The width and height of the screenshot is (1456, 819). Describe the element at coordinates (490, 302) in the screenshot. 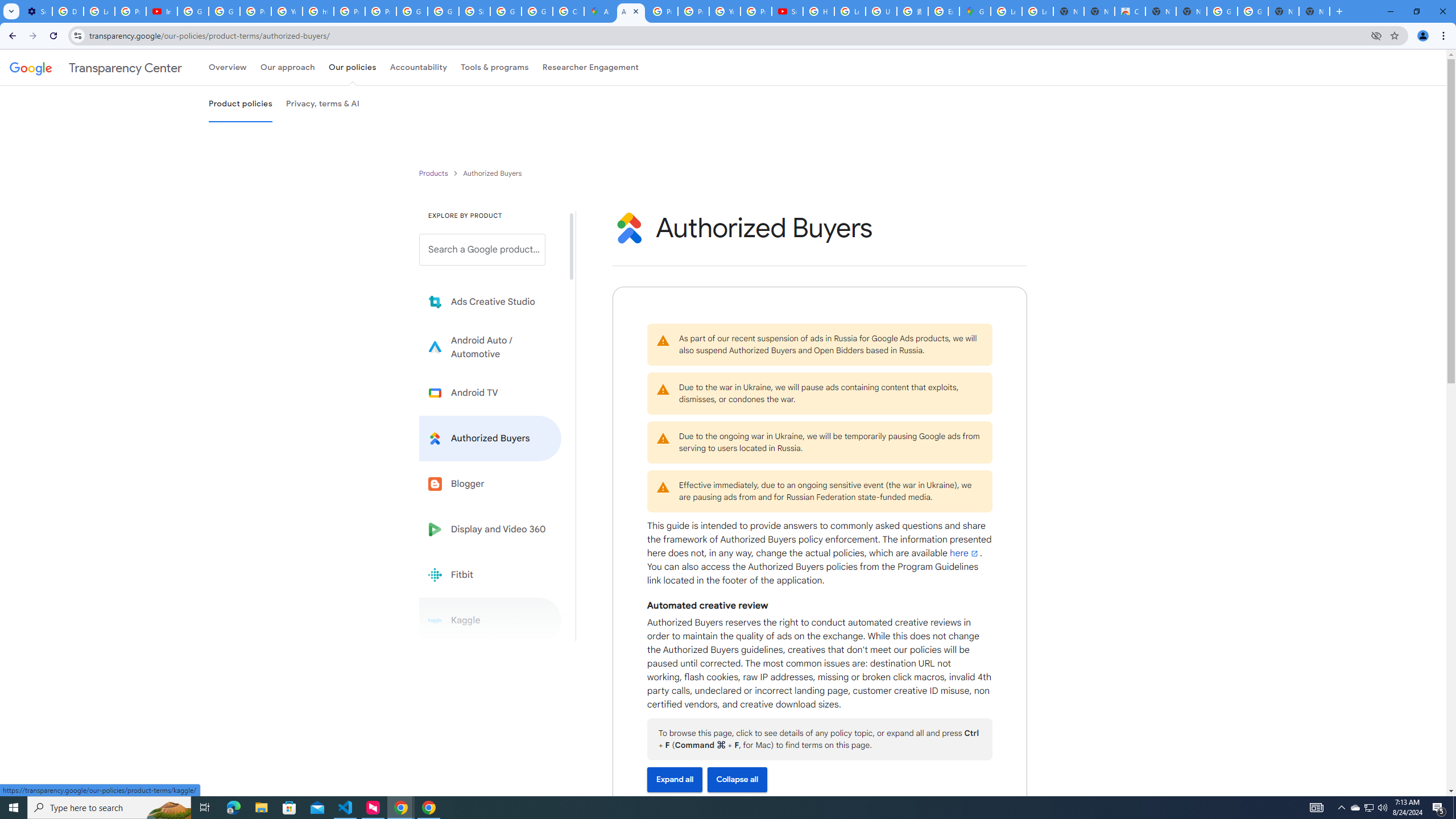

I see `'Learn more about Ads Creative Studio'` at that location.